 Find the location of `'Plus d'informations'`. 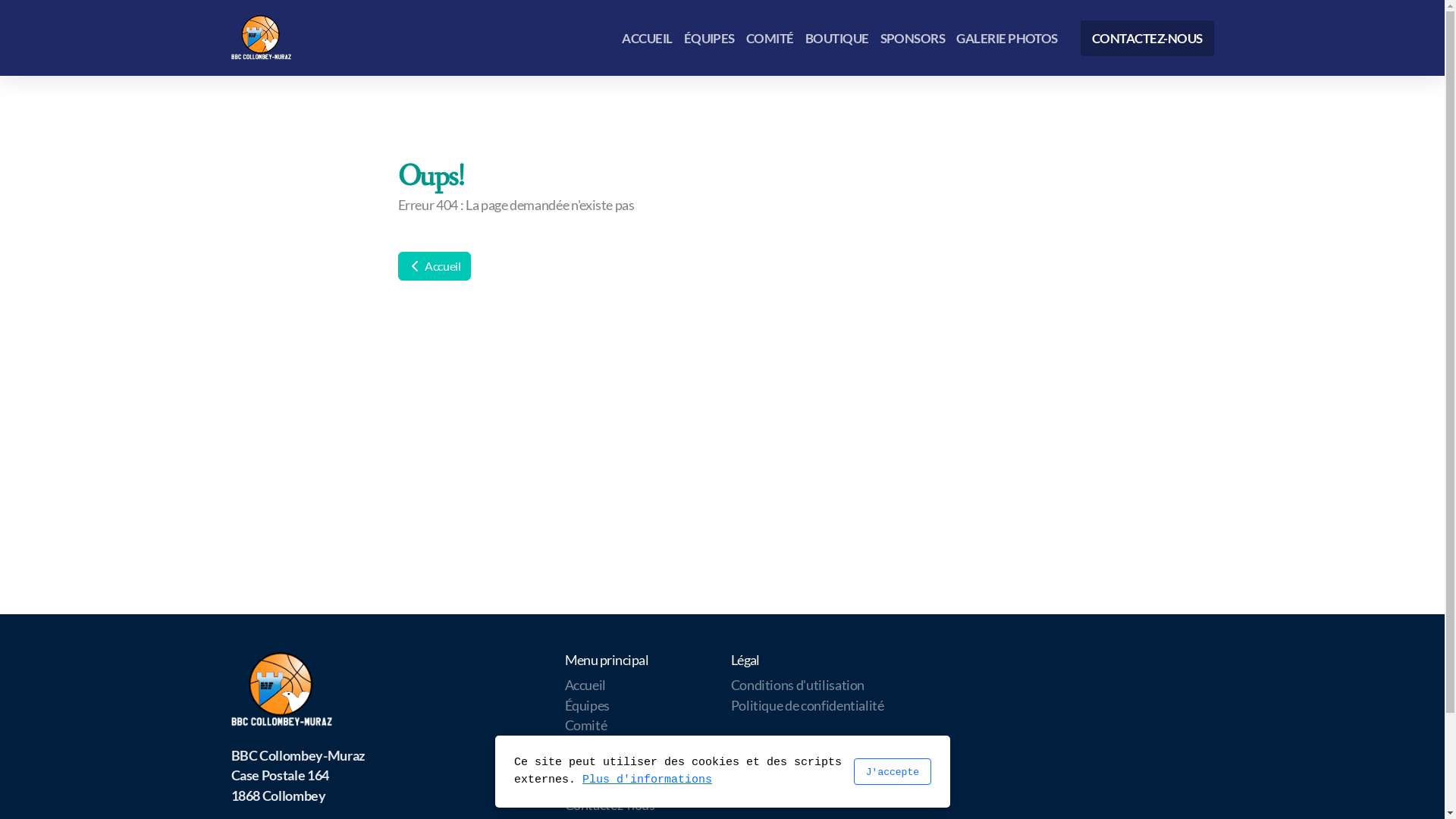

'Plus d'informations' is located at coordinates (582, 780).